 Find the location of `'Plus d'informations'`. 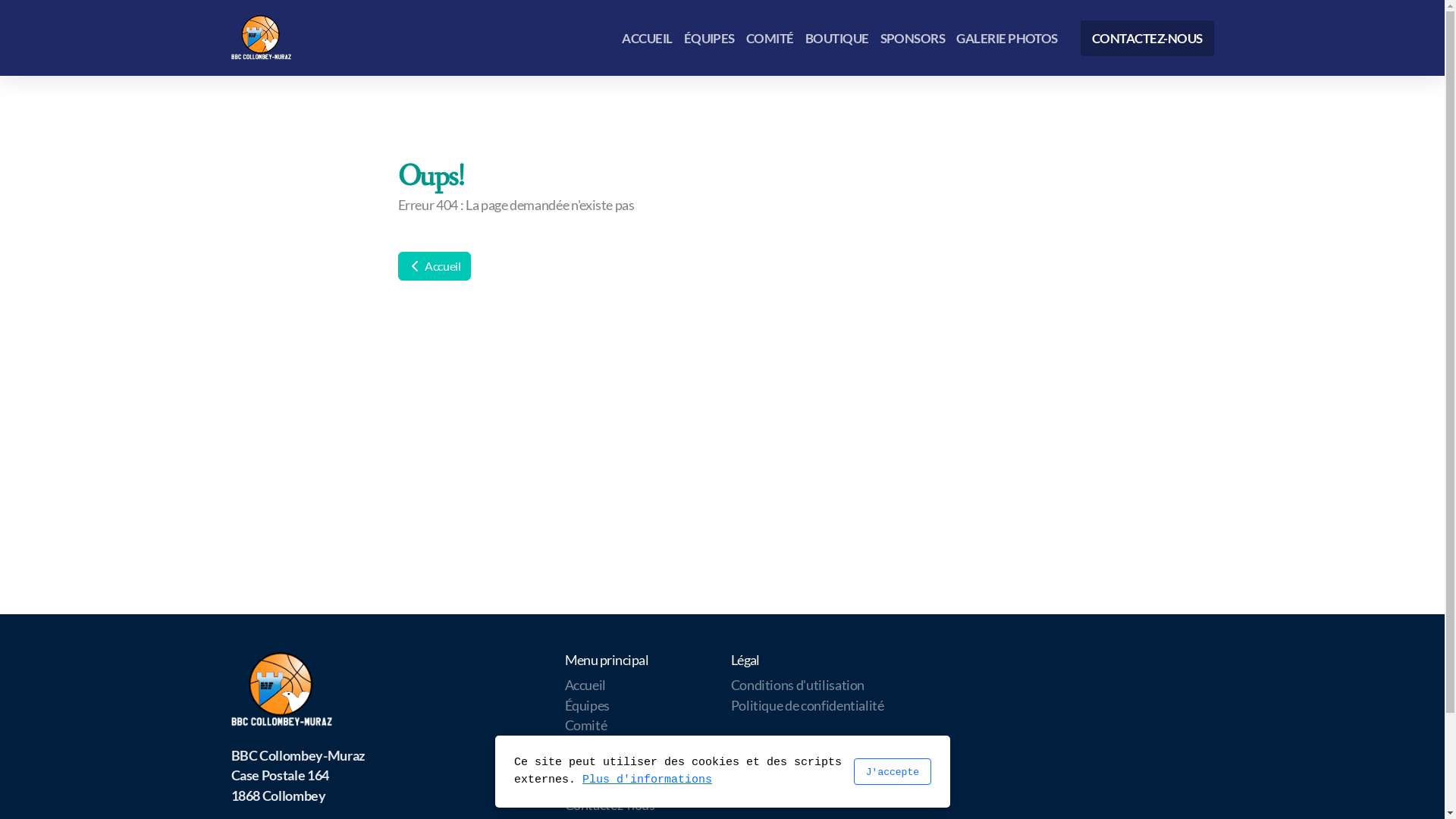

'Plus d'informations' is located at coordinates (582, 780).